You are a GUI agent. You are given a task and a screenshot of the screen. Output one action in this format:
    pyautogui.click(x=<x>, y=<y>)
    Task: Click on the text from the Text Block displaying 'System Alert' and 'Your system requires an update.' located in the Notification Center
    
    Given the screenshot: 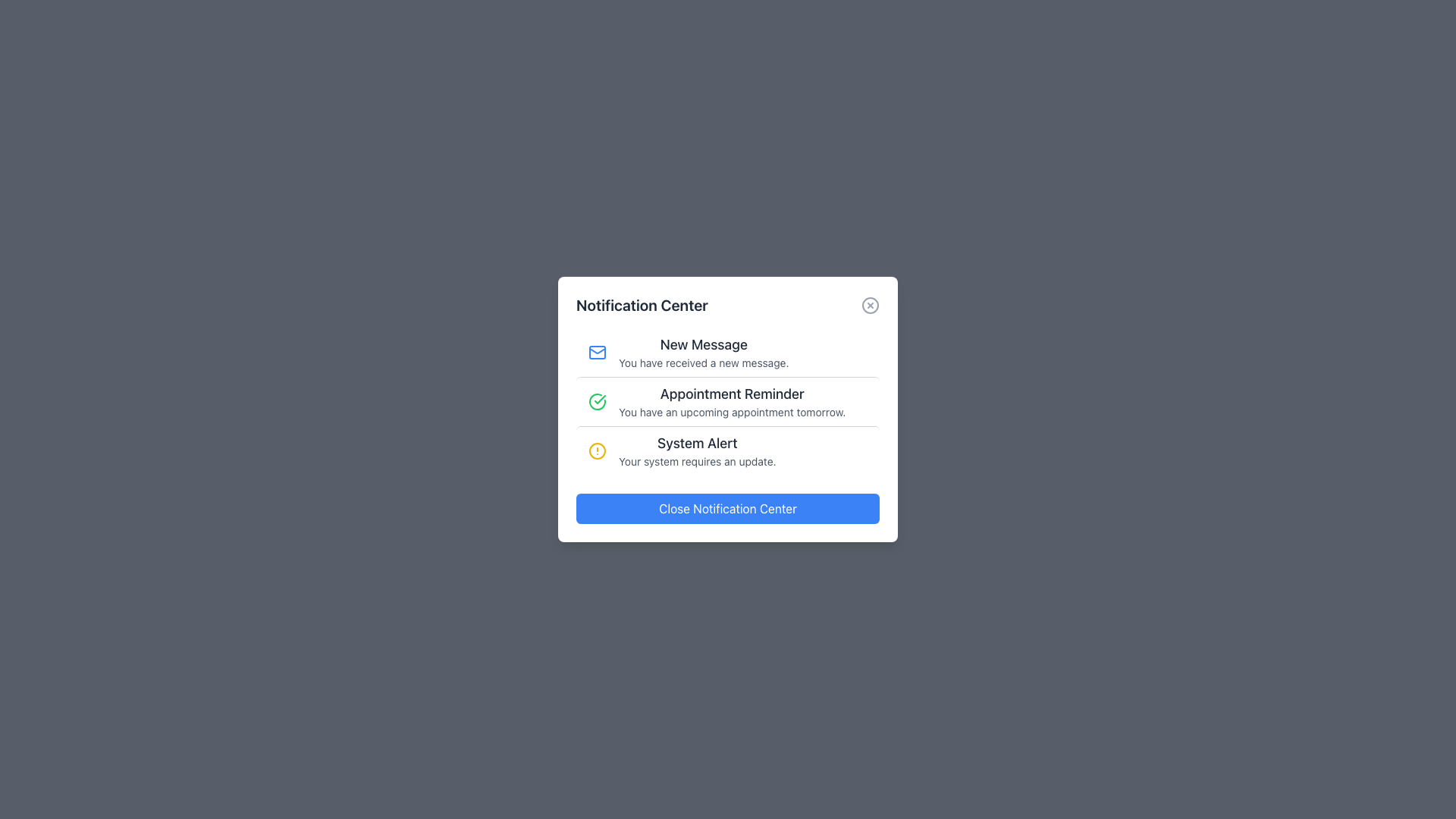 What is the action you would take?
    pyautogui.click(x=696, y=450)
    